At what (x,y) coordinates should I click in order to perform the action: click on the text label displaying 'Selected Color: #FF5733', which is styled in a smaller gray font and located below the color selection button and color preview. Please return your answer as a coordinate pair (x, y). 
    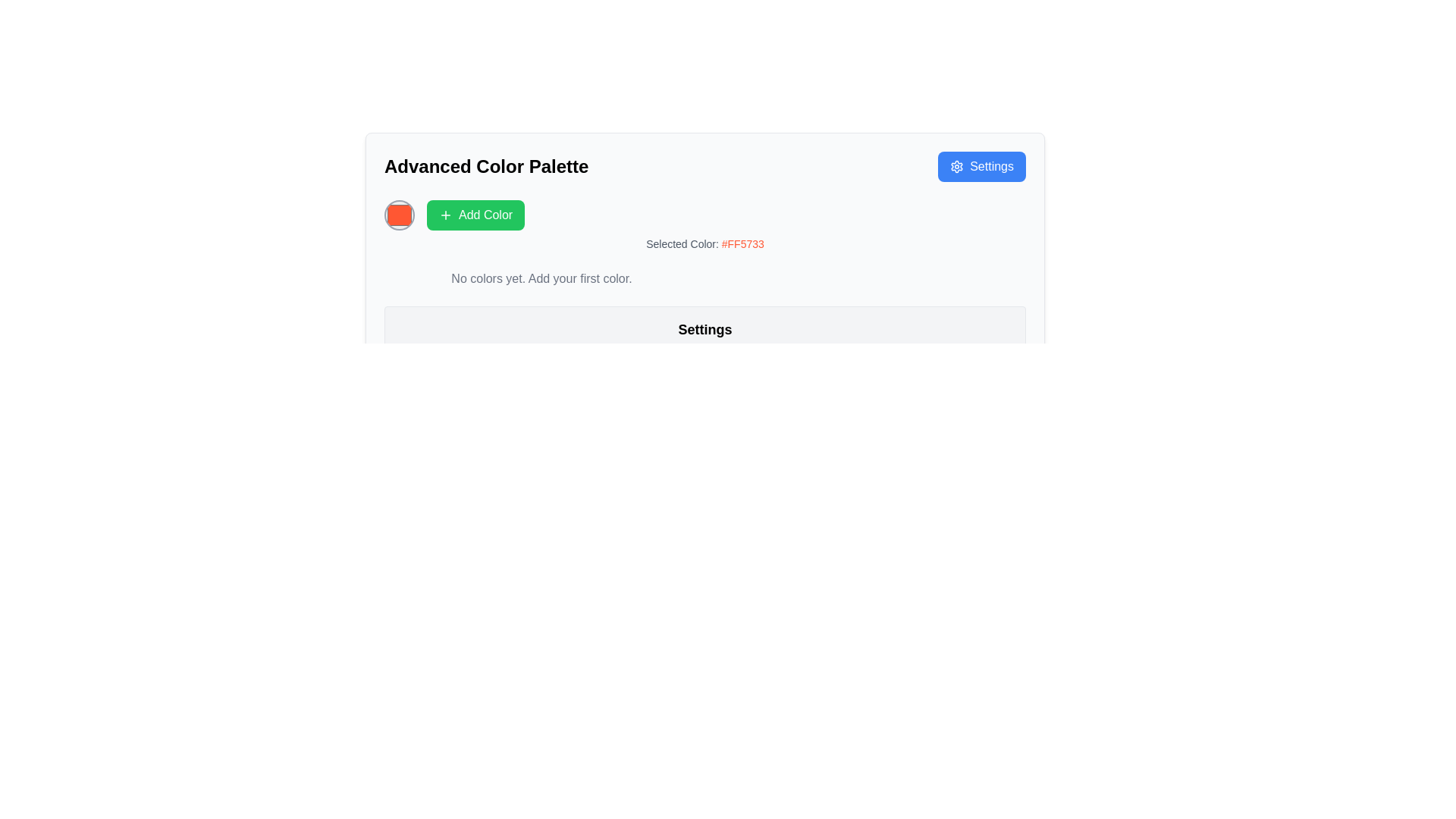
    Looking at the image, I should click on (704, 243).